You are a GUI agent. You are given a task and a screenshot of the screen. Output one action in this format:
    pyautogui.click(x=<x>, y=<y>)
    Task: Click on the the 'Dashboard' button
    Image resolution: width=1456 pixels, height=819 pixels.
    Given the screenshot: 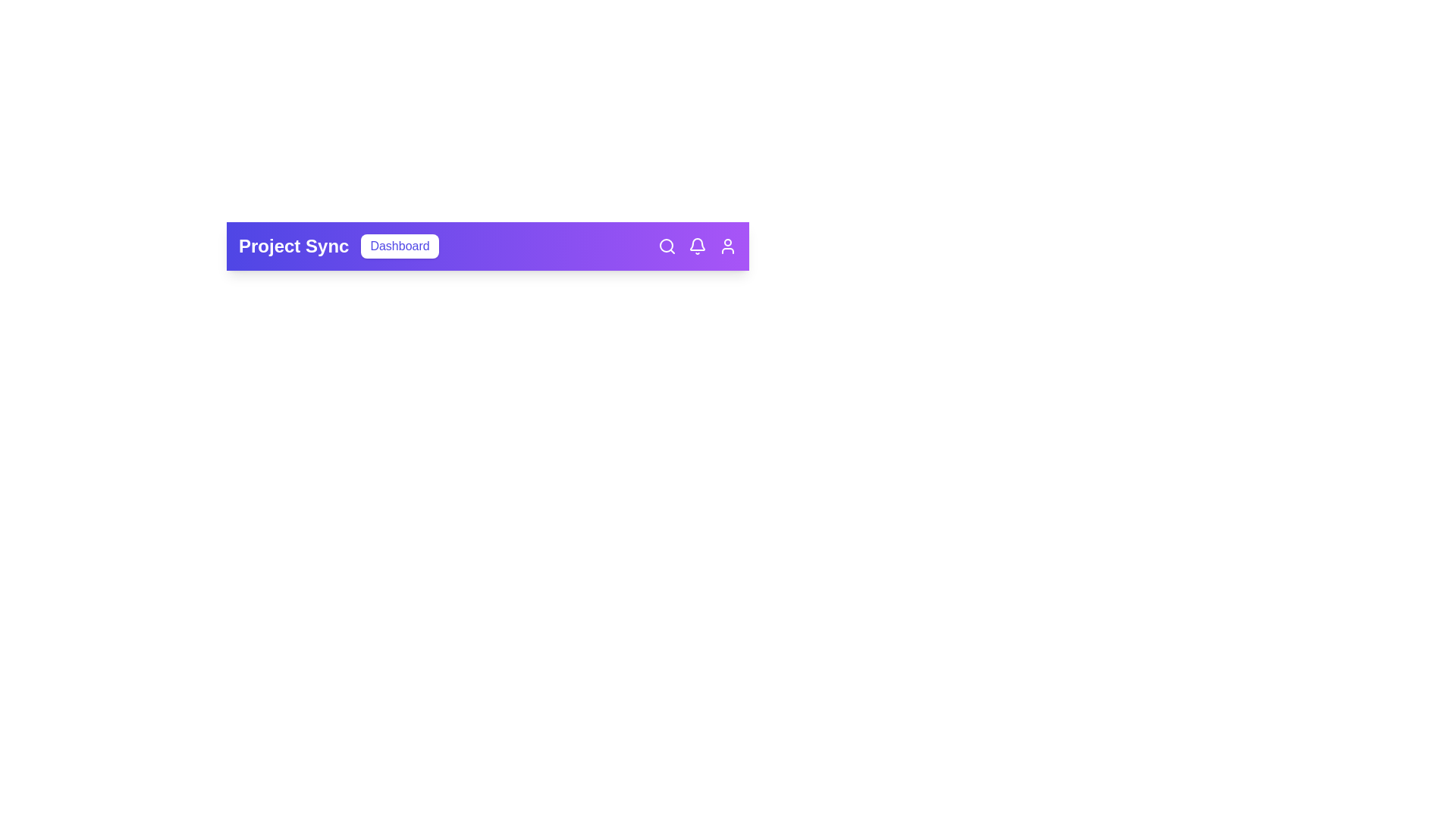 What is the action you would take?
    pyautogui.click(x=400, y=245)
    